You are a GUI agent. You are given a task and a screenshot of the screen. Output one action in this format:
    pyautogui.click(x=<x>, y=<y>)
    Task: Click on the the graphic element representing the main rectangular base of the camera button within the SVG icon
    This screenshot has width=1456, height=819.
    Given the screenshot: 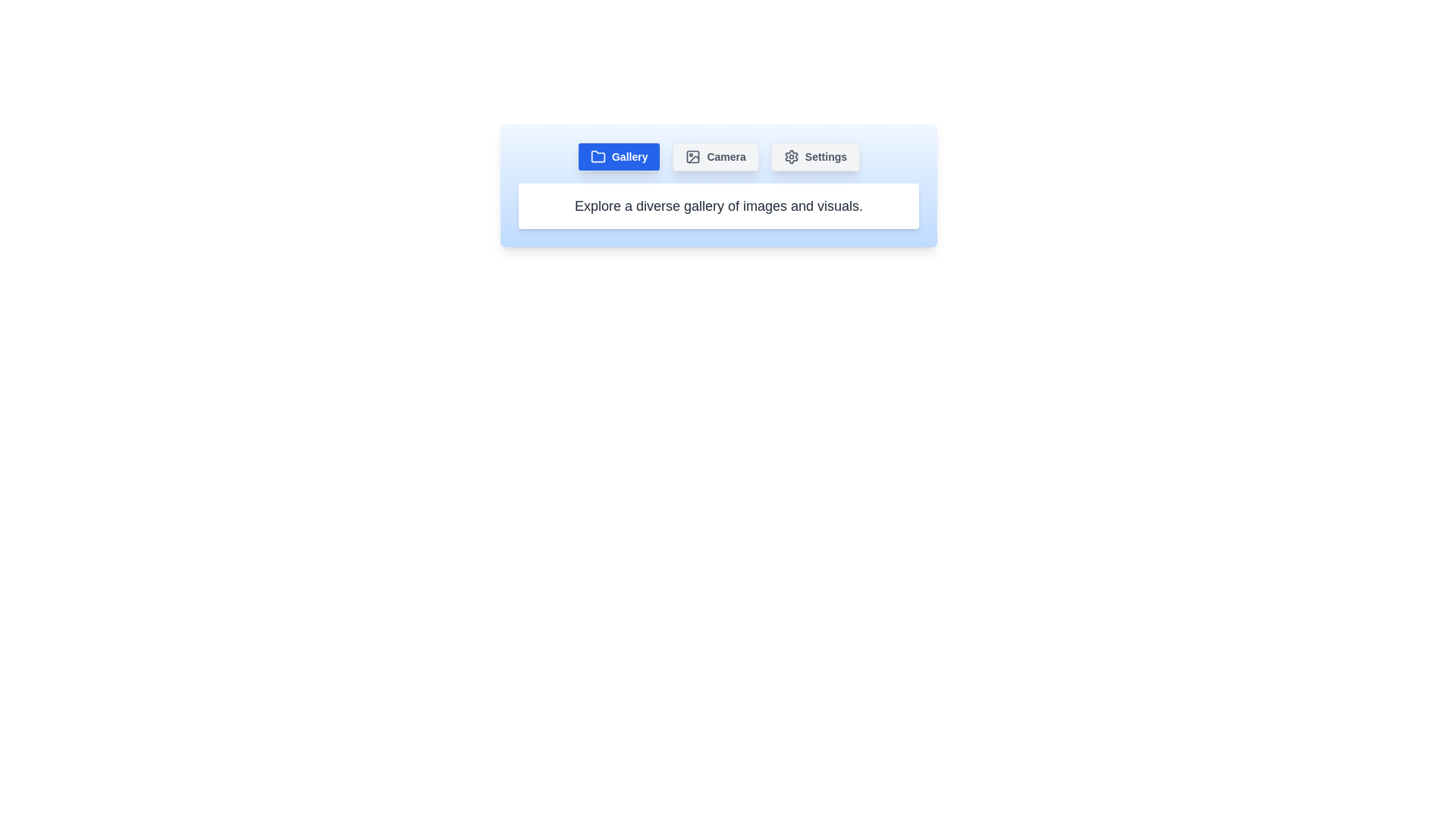 What is the action you would take?
    pyautogui.click(x=692, y=157)
    